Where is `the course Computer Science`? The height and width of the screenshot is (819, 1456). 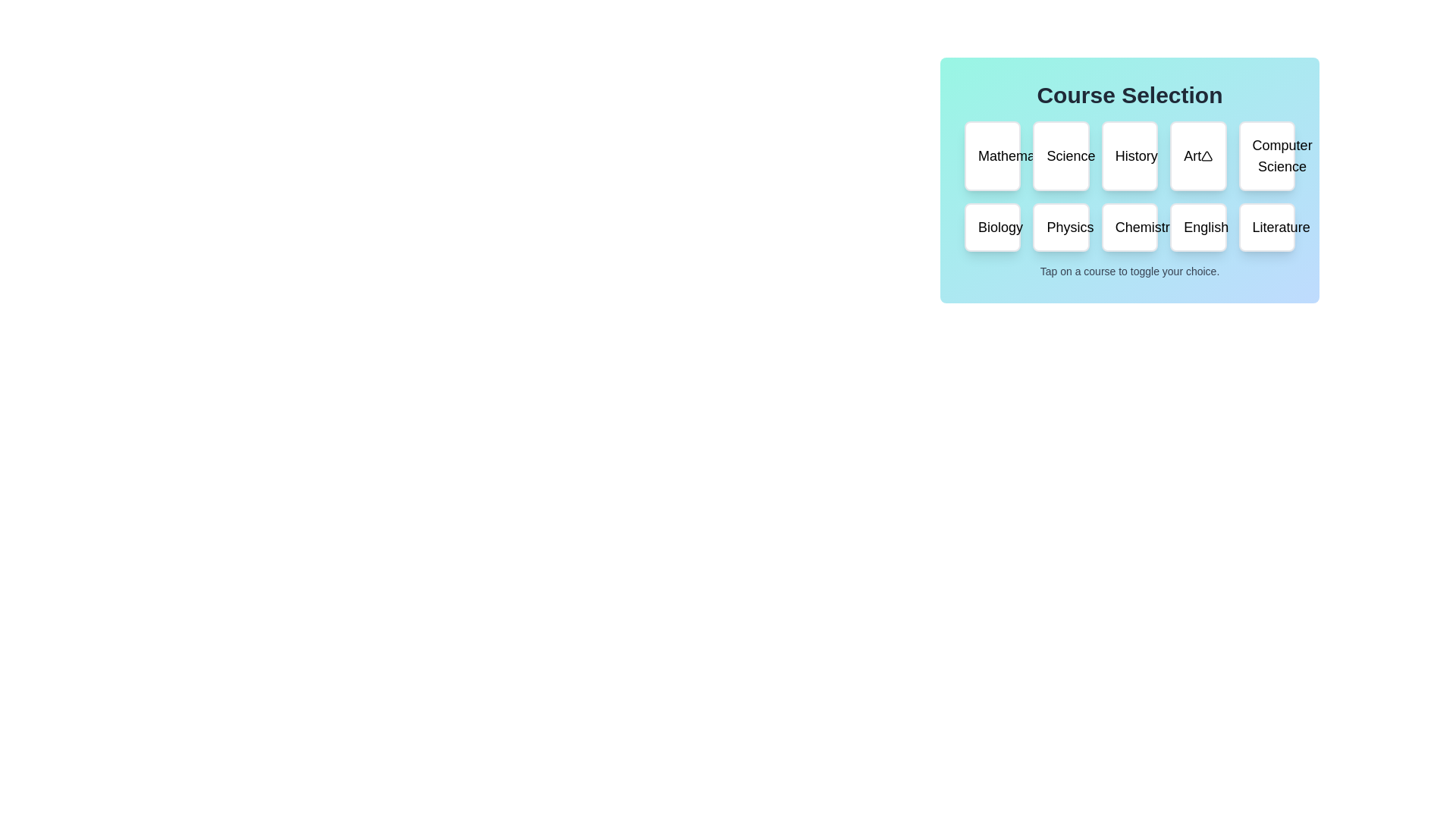 the course Computer Science is located at coordinates (1266, 155).